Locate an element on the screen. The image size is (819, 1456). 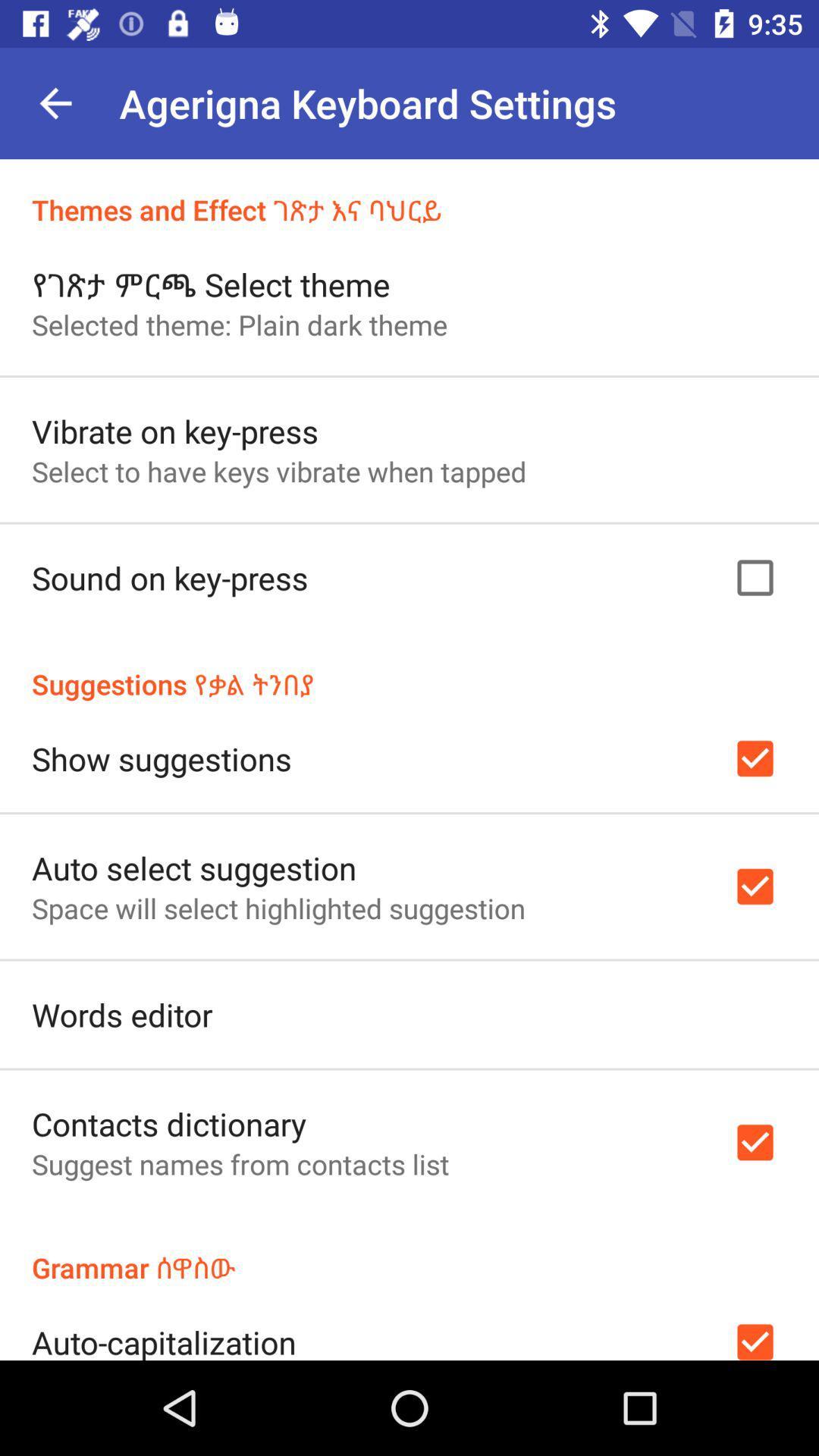
icon above the contacts dictionary item is located at coordinates (121, 1015).